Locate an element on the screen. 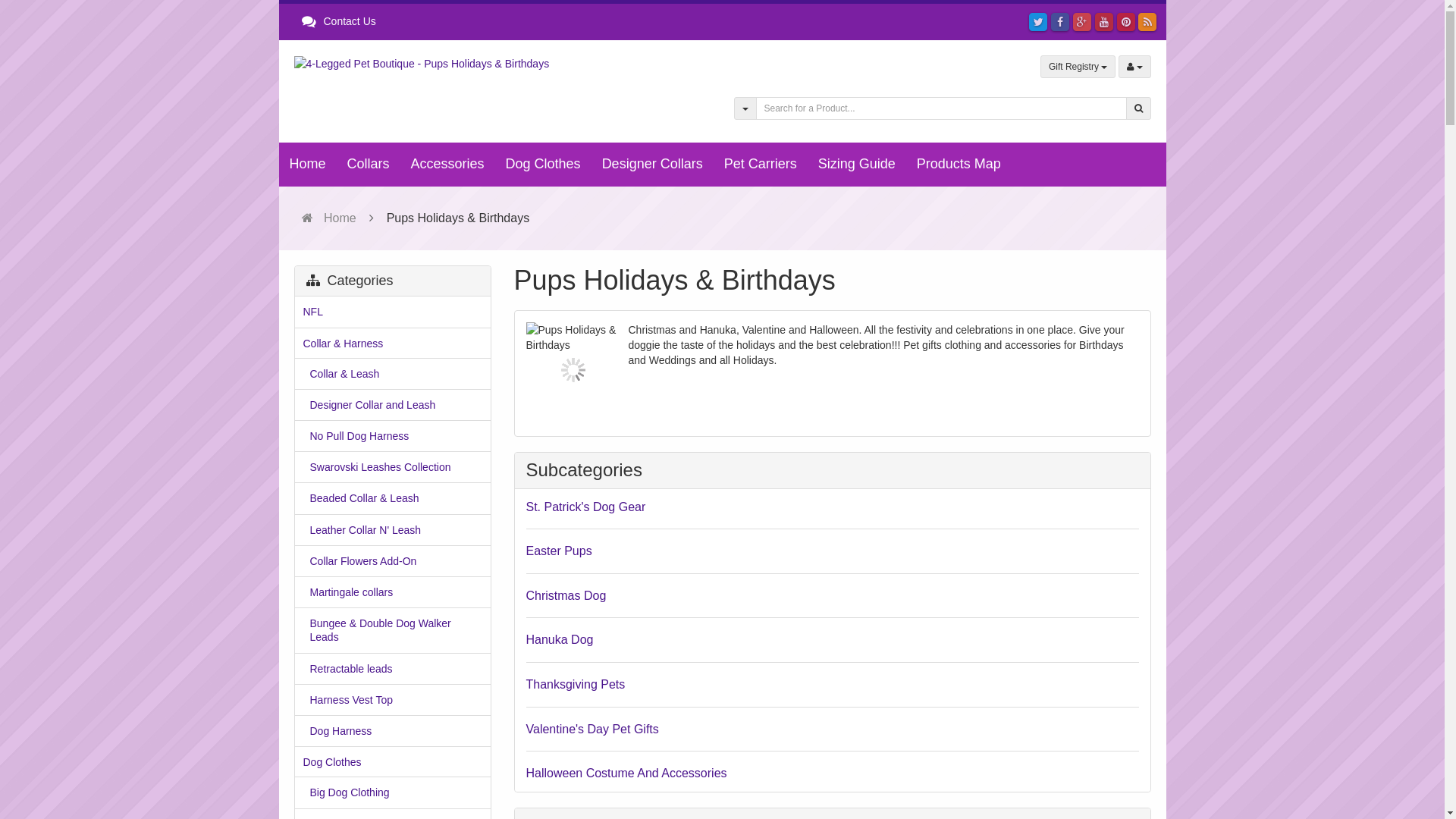  'Facebook' is located at coordinates (1059, 22).